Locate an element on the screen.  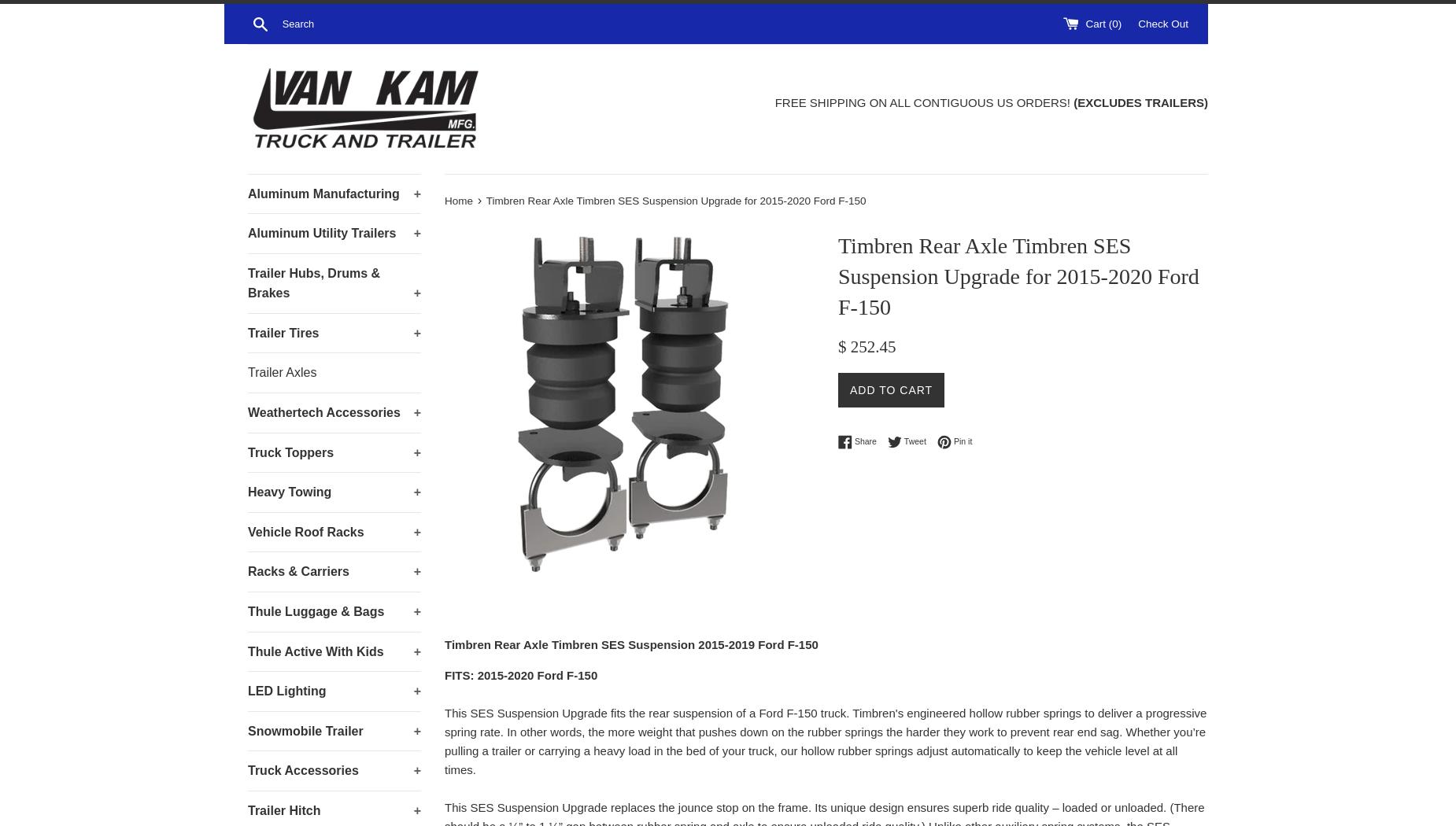
'Check Out' is located at coordinates (1162, 23).